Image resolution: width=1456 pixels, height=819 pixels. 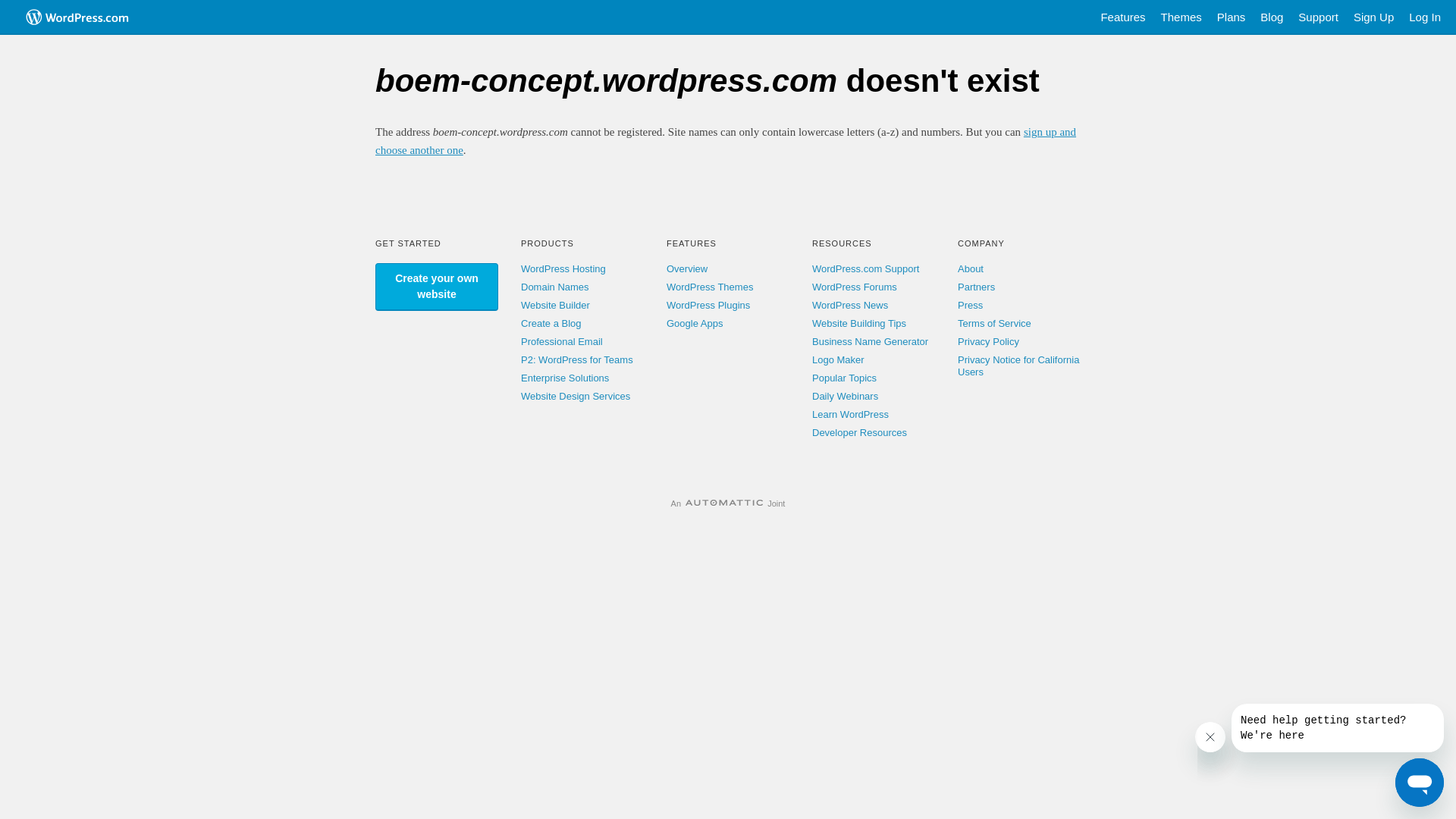 What do you see at coordinates (563, 268) in the screenshot?
I see `'WordPress Hosting'` at bounding box center [563, 268].